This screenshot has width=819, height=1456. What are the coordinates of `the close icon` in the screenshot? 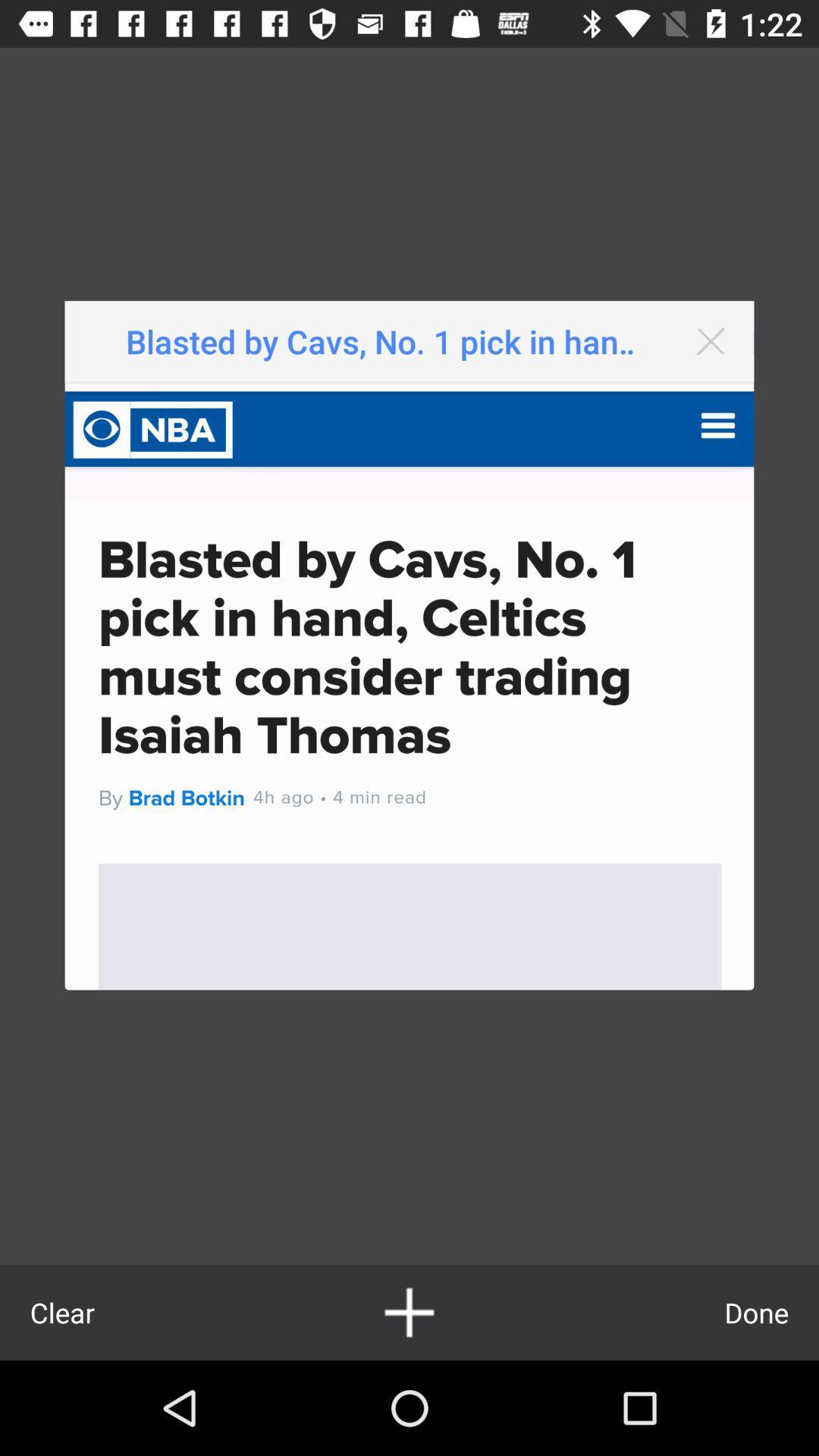 It's located at (711, 365).